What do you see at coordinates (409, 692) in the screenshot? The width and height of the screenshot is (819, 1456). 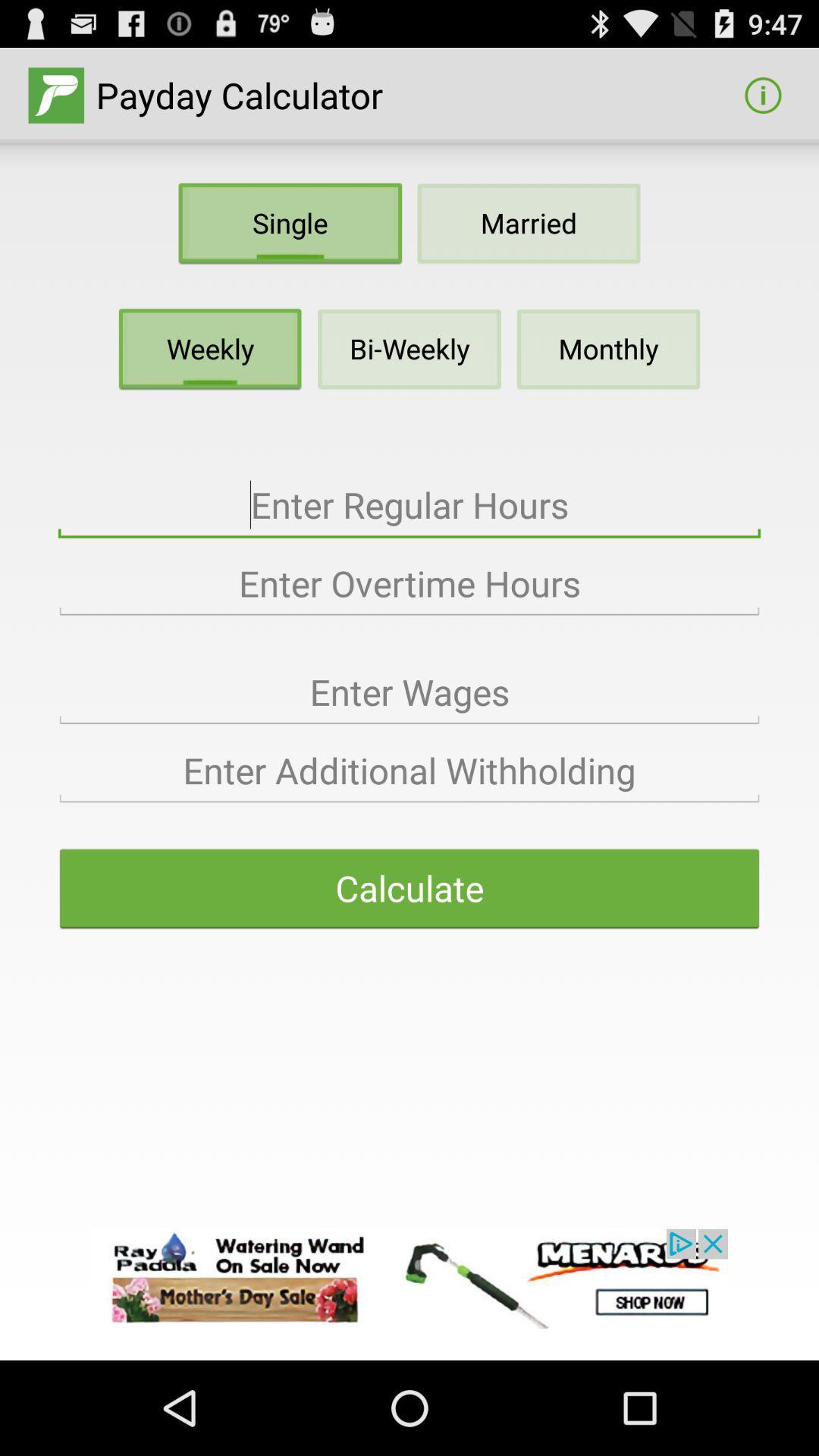 I see `wages option bar` at bounding box center [409, 692].